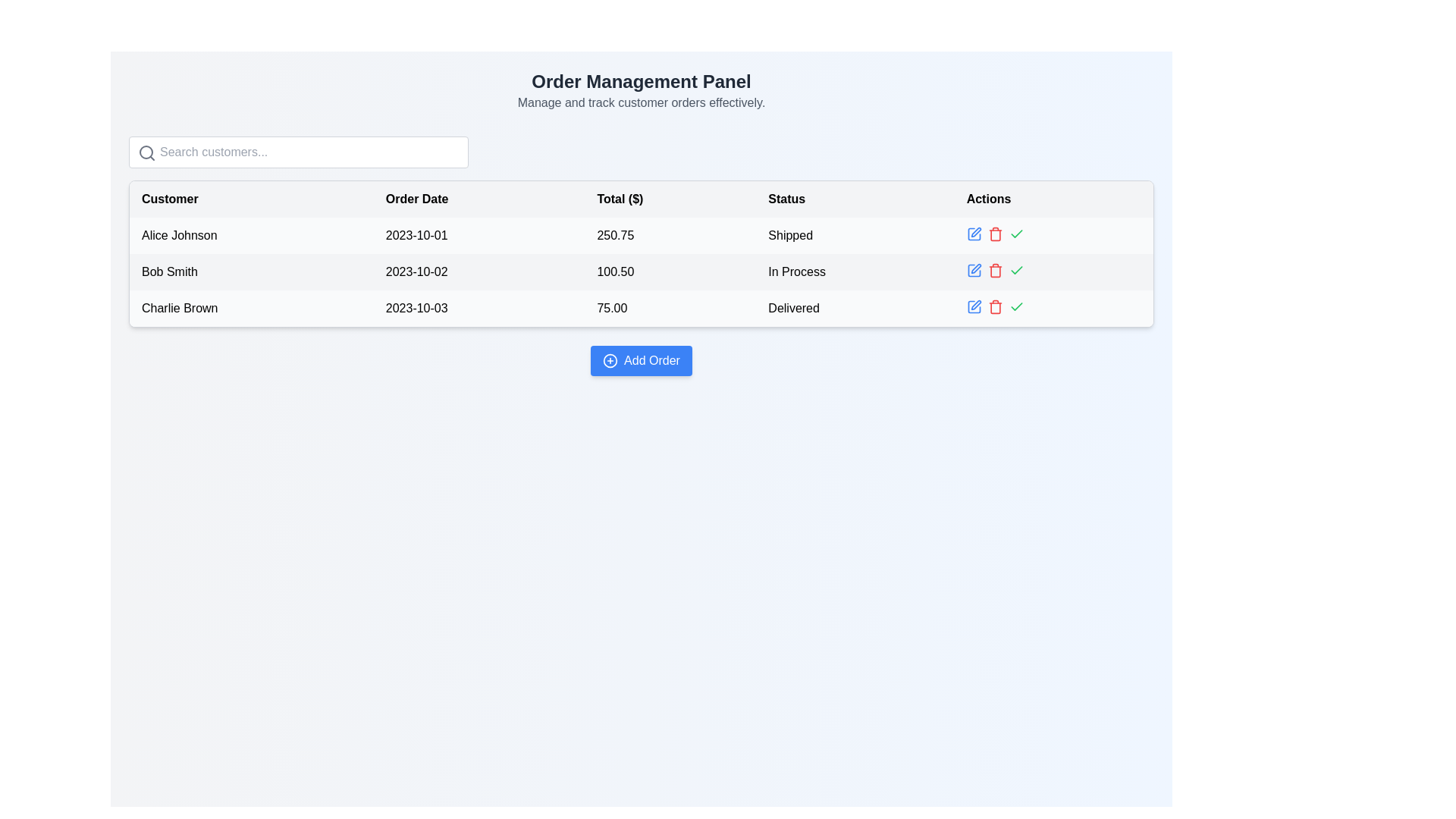 The width and height of the screenshot is (1456, 819). I want to click on the data row representing the customer order for 'Bob Smith' which includes details such as the order date, total amount, and order status, so click(641, 271).